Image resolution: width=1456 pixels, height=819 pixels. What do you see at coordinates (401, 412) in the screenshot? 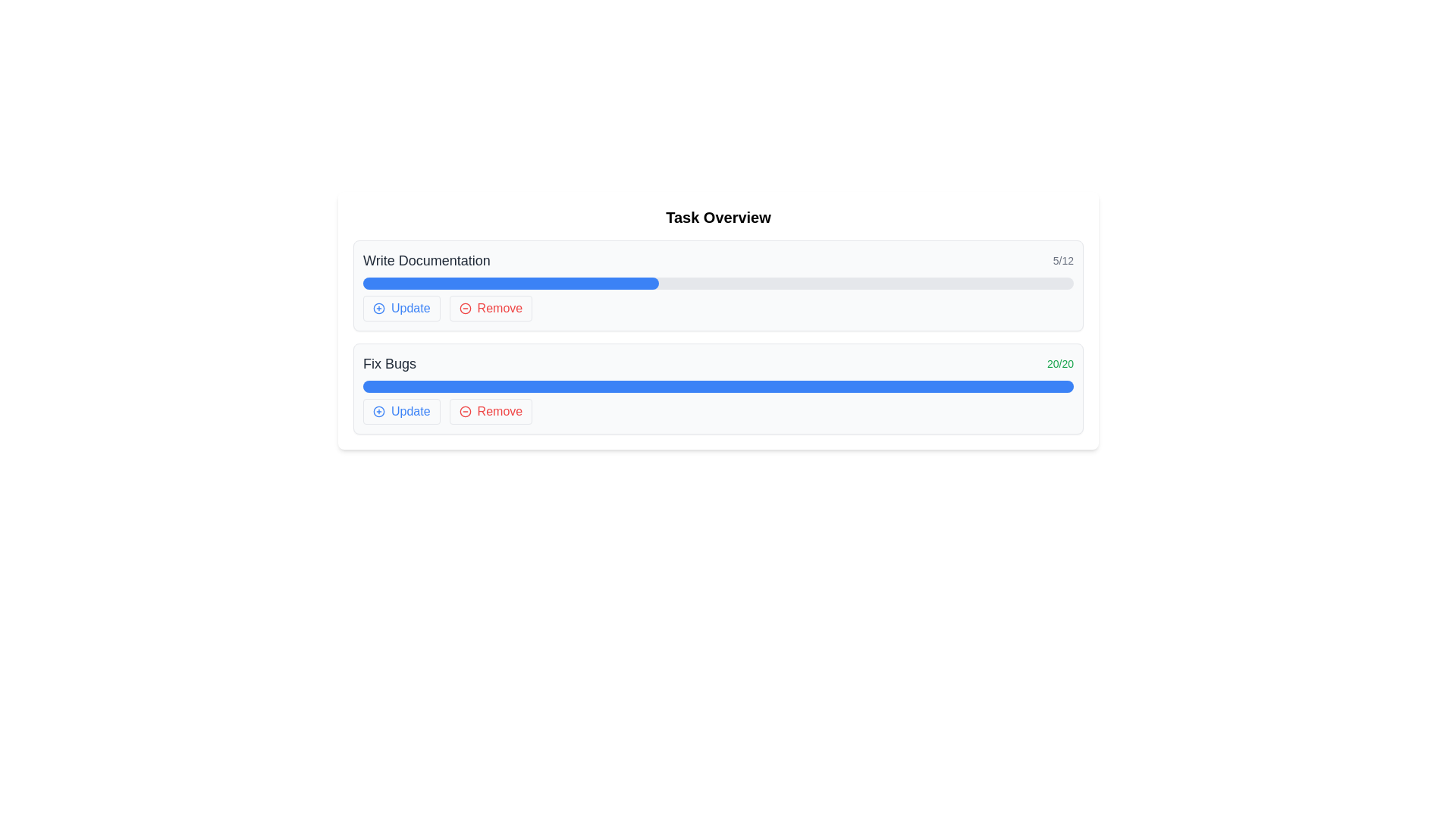
I see `the 'Update' button, which has blue text and a plus sign icon` at bounding box center [401, 412].